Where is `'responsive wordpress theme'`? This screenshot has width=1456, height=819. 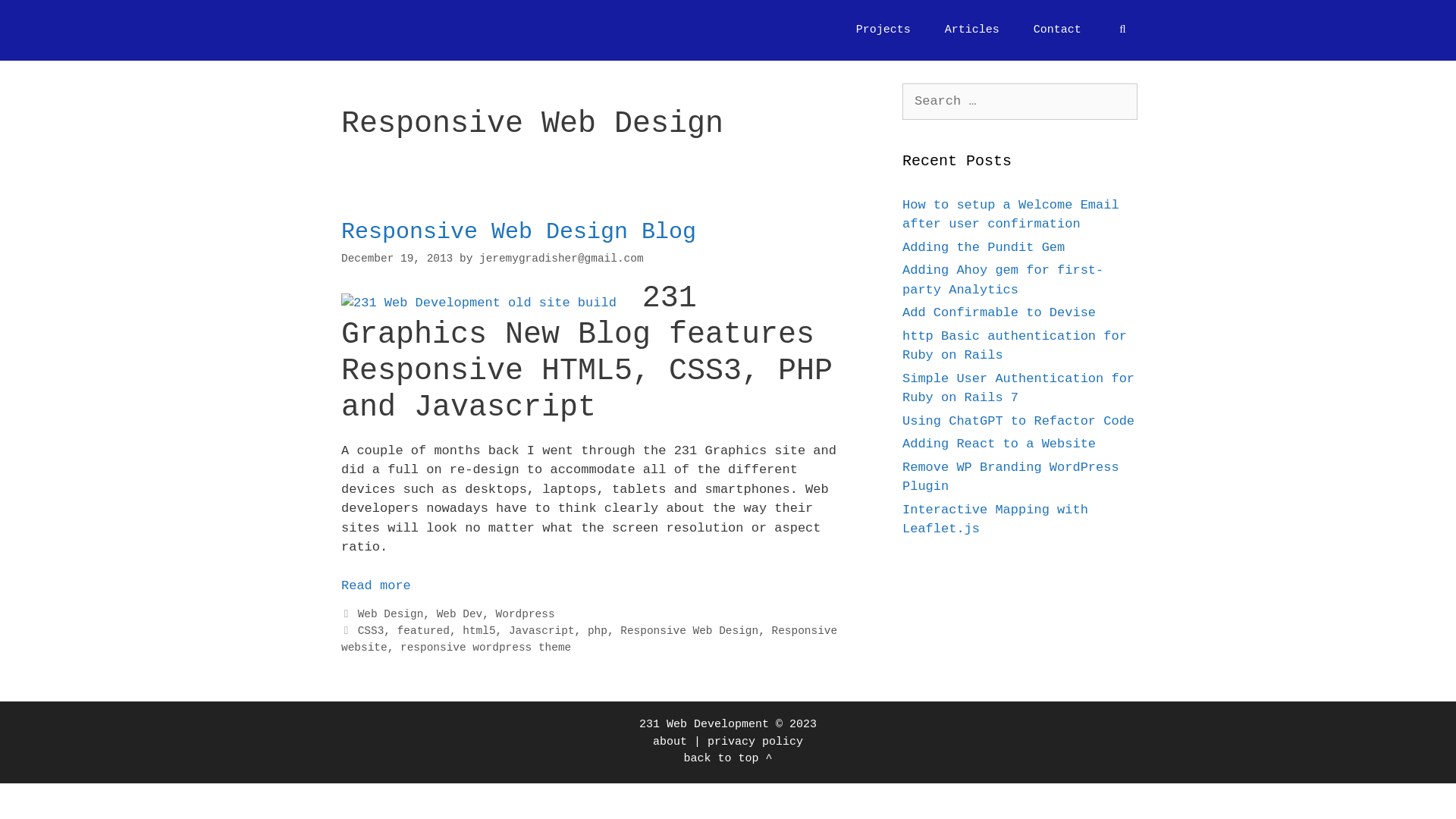
'responsive wordpress theme' is located at coordinates (485, 647).